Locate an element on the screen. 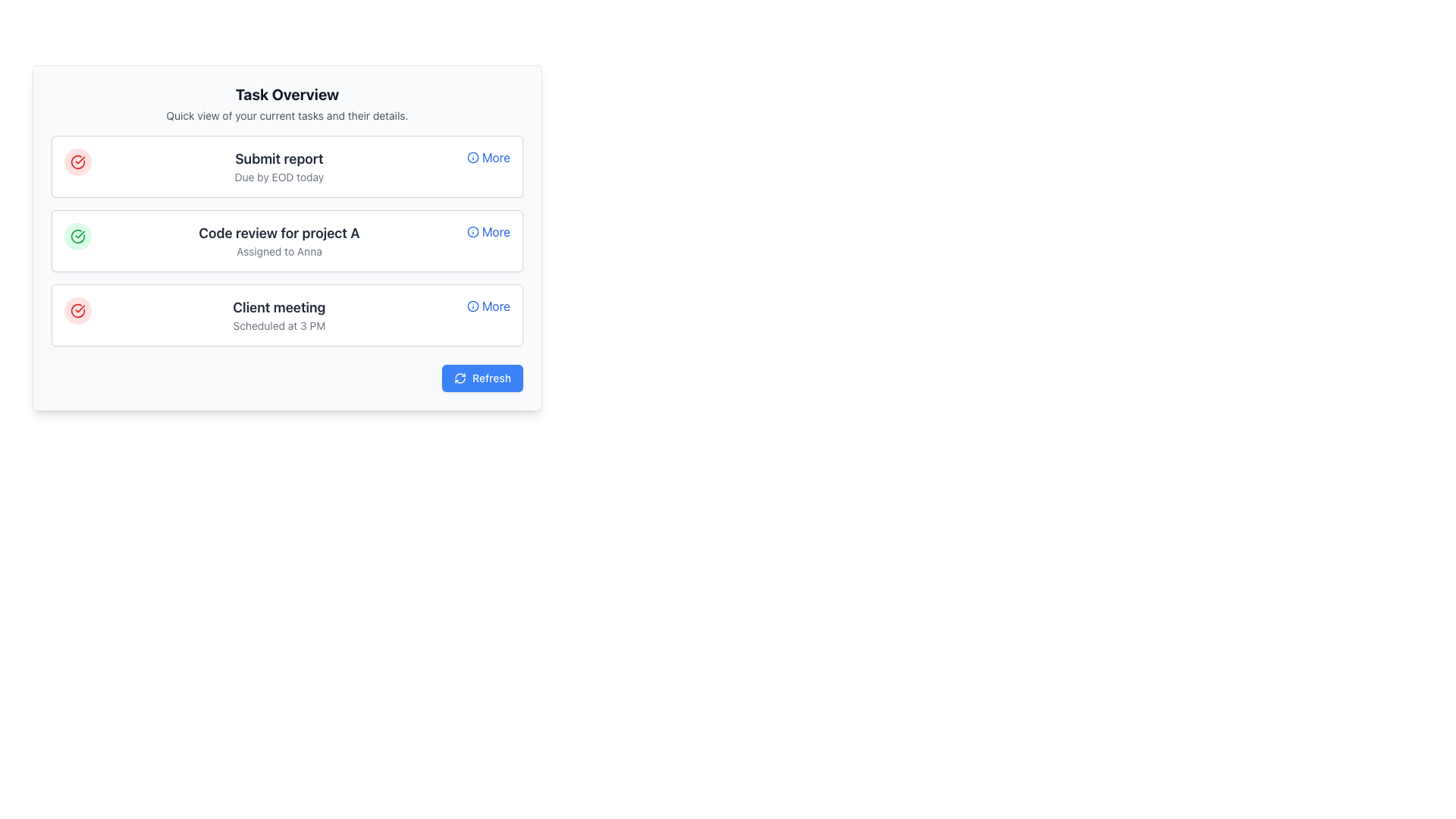 This screenshot has width=1456, height=819. the 'More' button styled with blue color and an information icon, located in the upper right corner of the 'Submit report' group is located at coordinates (488, 158).